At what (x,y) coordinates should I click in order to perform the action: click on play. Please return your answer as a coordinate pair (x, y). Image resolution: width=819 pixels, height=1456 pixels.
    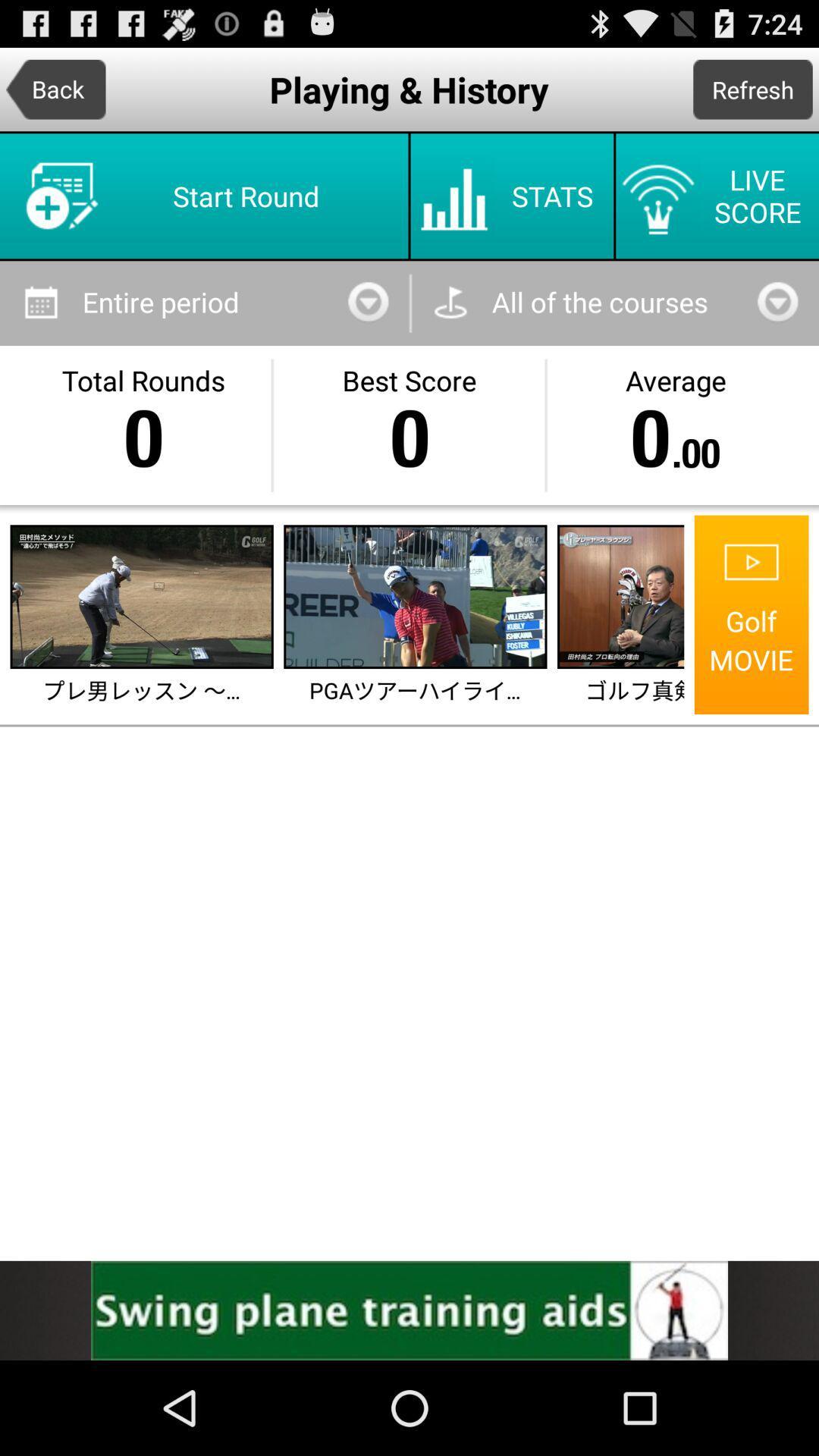
    Looking at the image, I should click on (142, 596).